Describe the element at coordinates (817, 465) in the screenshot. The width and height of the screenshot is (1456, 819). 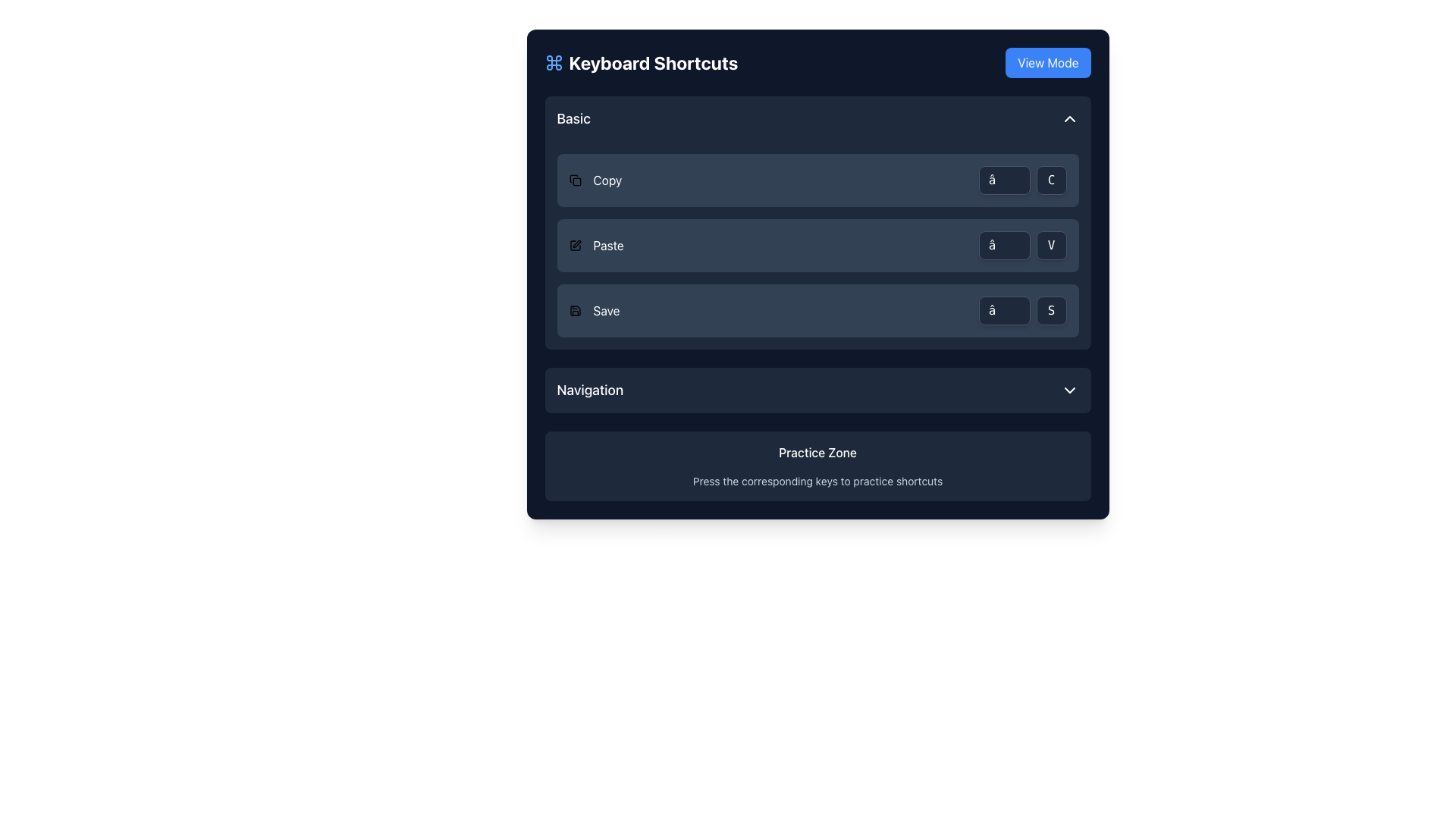
I see `information displayed in the Informational Panel titled 'Practice Zone', which provides instructions to 'Press the corresponding keys to practice shortcuts'` at that location.